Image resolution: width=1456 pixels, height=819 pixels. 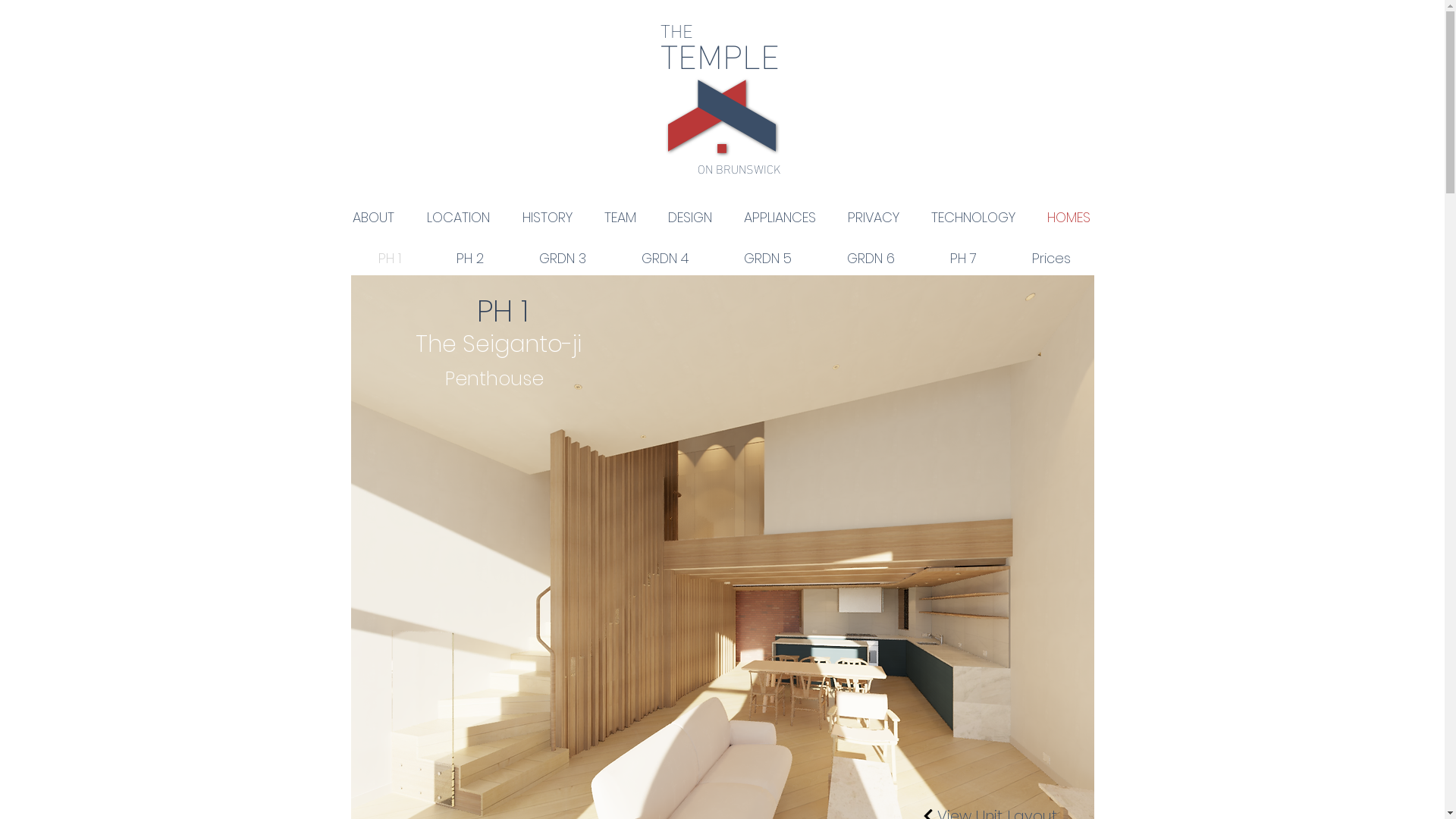 I want to click on 'HISTORY', so click(x=546, y=217).